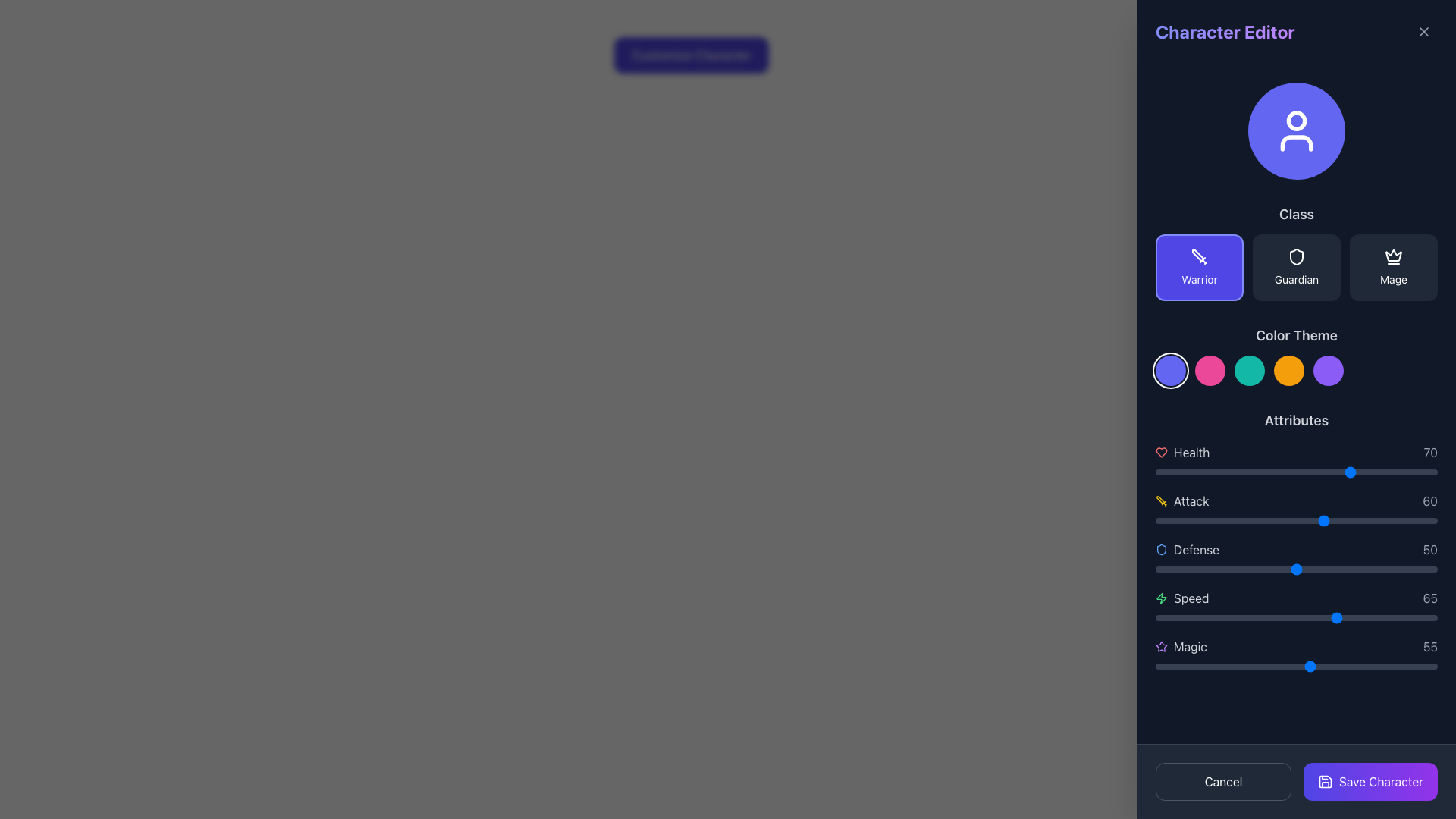  Describe the element at coordinates (1210, 371) in the screenshot. I see `the second circular pink button in the 'Color Theme' section of the Character Editor` at that location.